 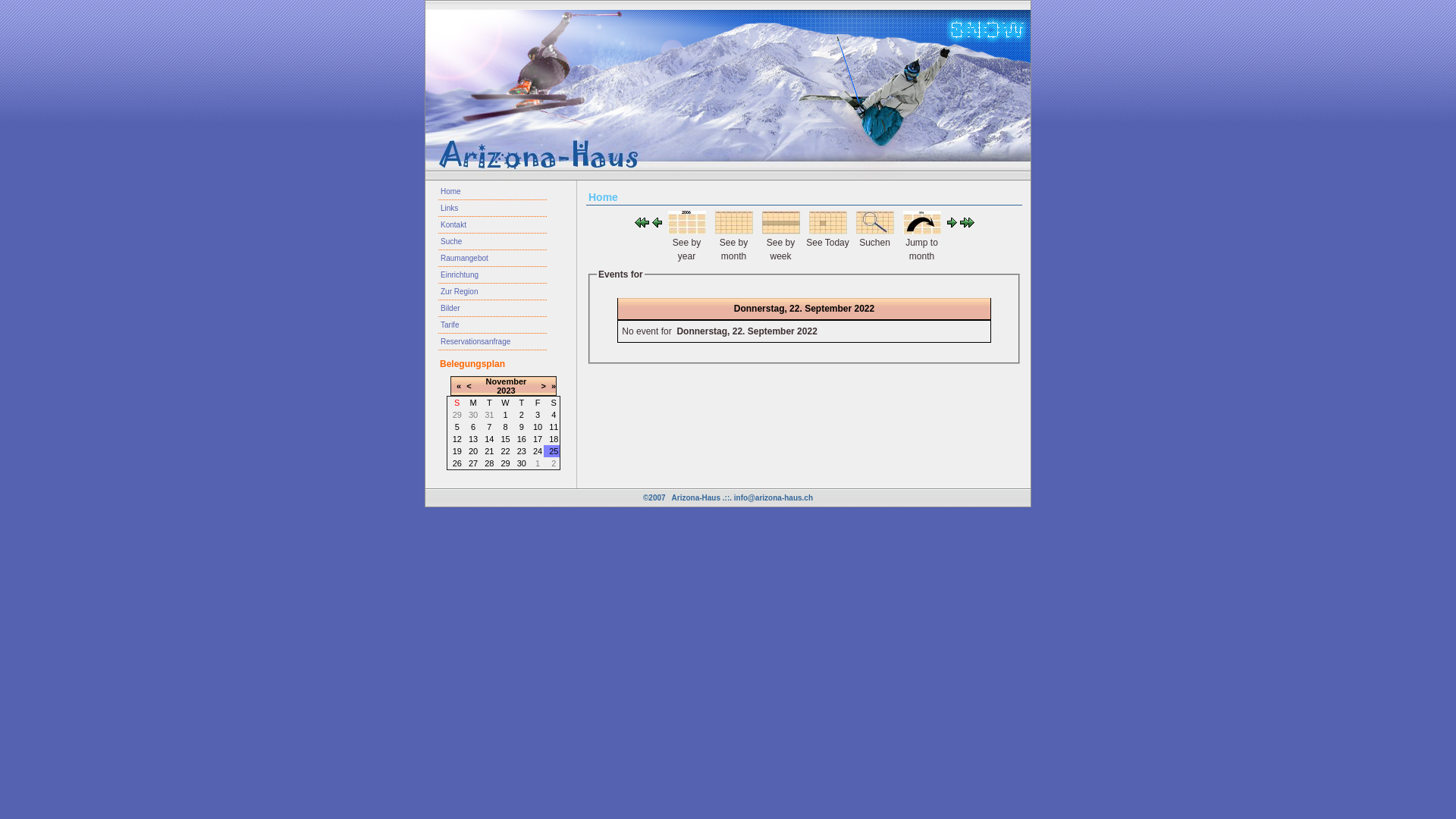 What do you see at coordinates (492, 292) in the screenshot?
I see `'Zur Region'` at bounding box center [492, 292].